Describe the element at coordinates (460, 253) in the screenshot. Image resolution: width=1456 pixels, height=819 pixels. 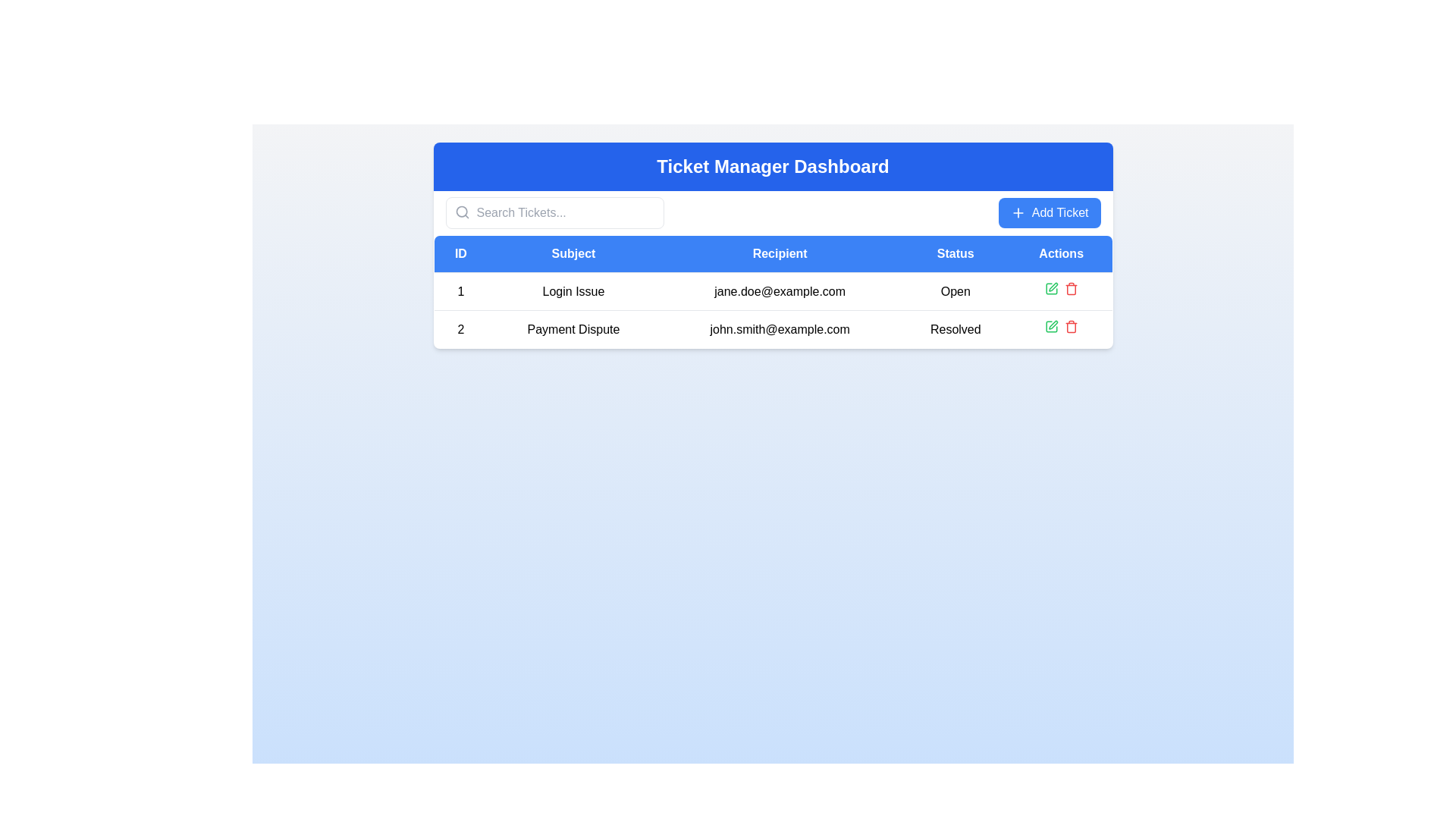
I see `the Text label that serves as the header for the first column of the table, which indicates unique identifiers (IDs) for listed items` at that location.